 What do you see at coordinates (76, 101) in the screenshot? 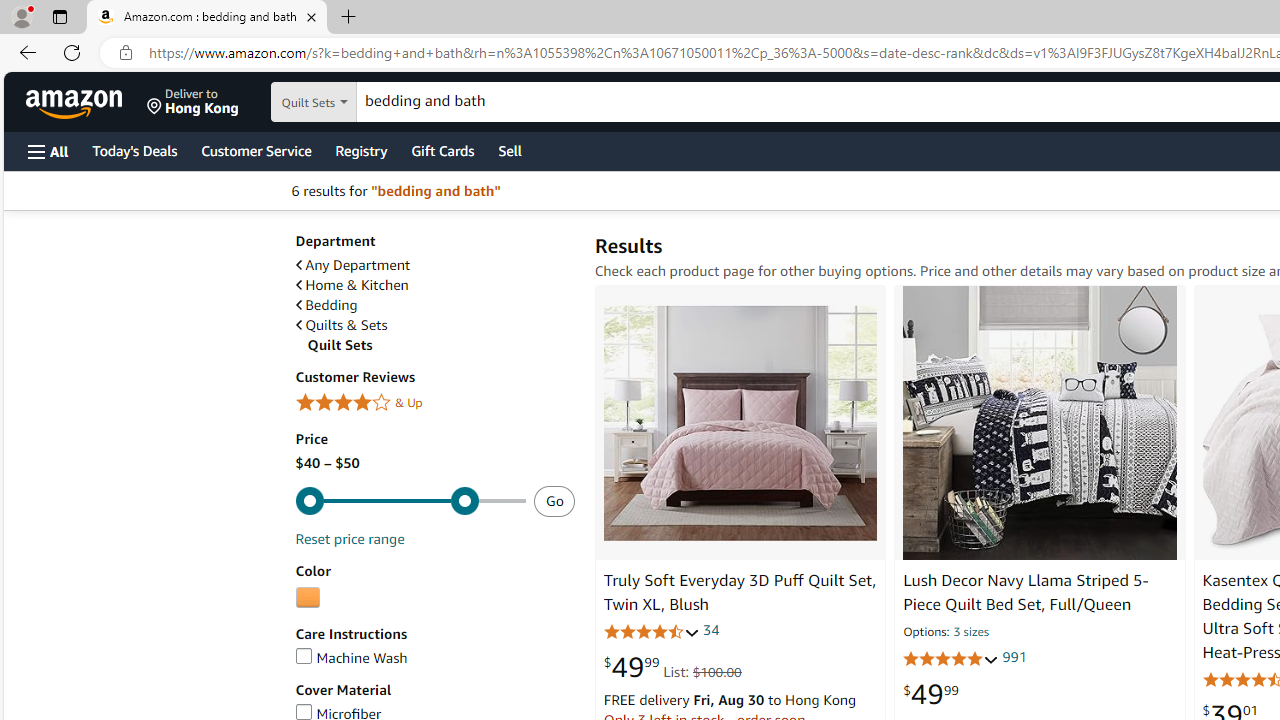
I see `'Amazon'` at bounding box center [76, 101].